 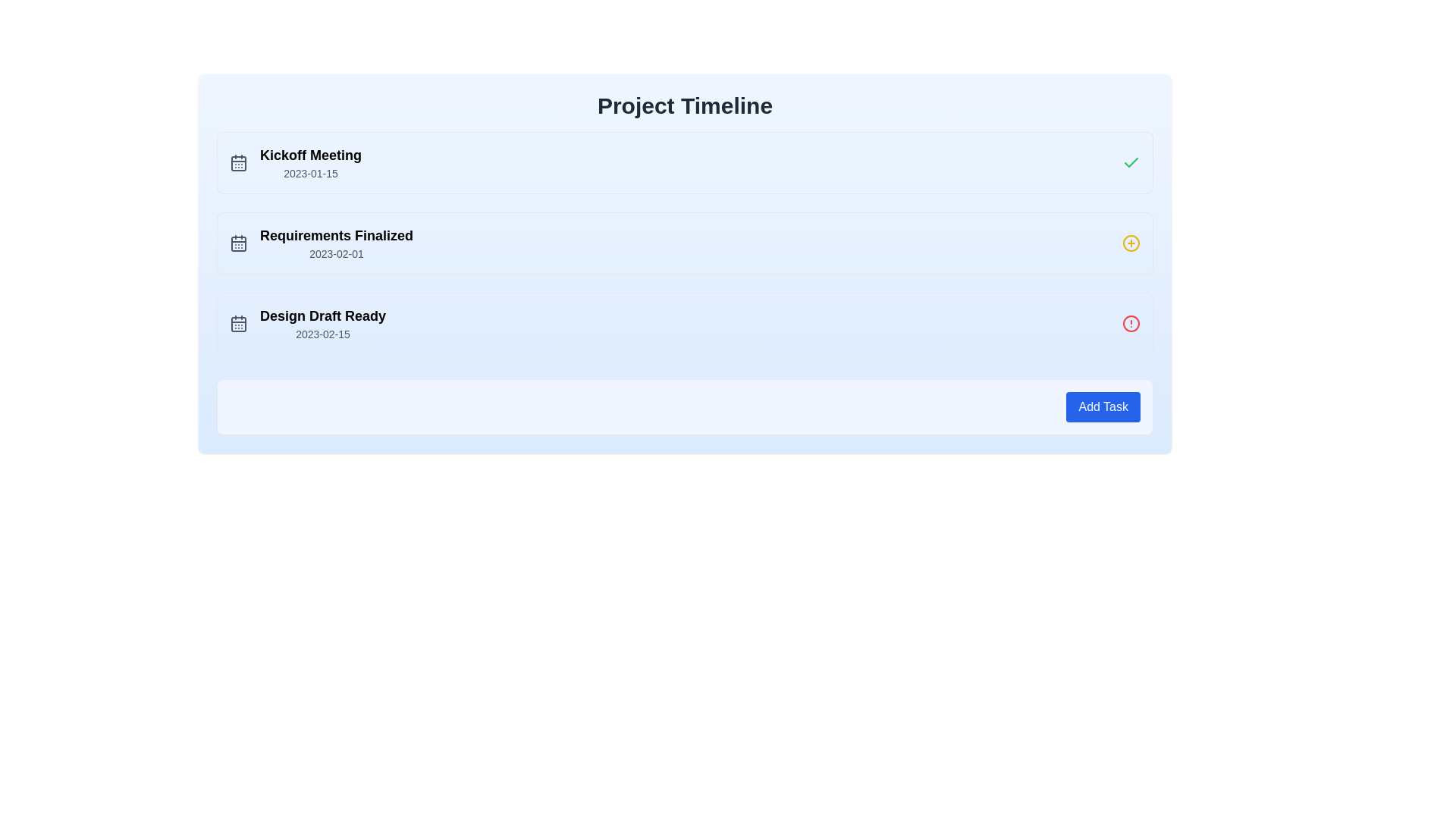 I want to click on the calendar icon representing the date for the 'Design Draft Ready' event in the Project Timeline interface, so click(x=238, y=324).